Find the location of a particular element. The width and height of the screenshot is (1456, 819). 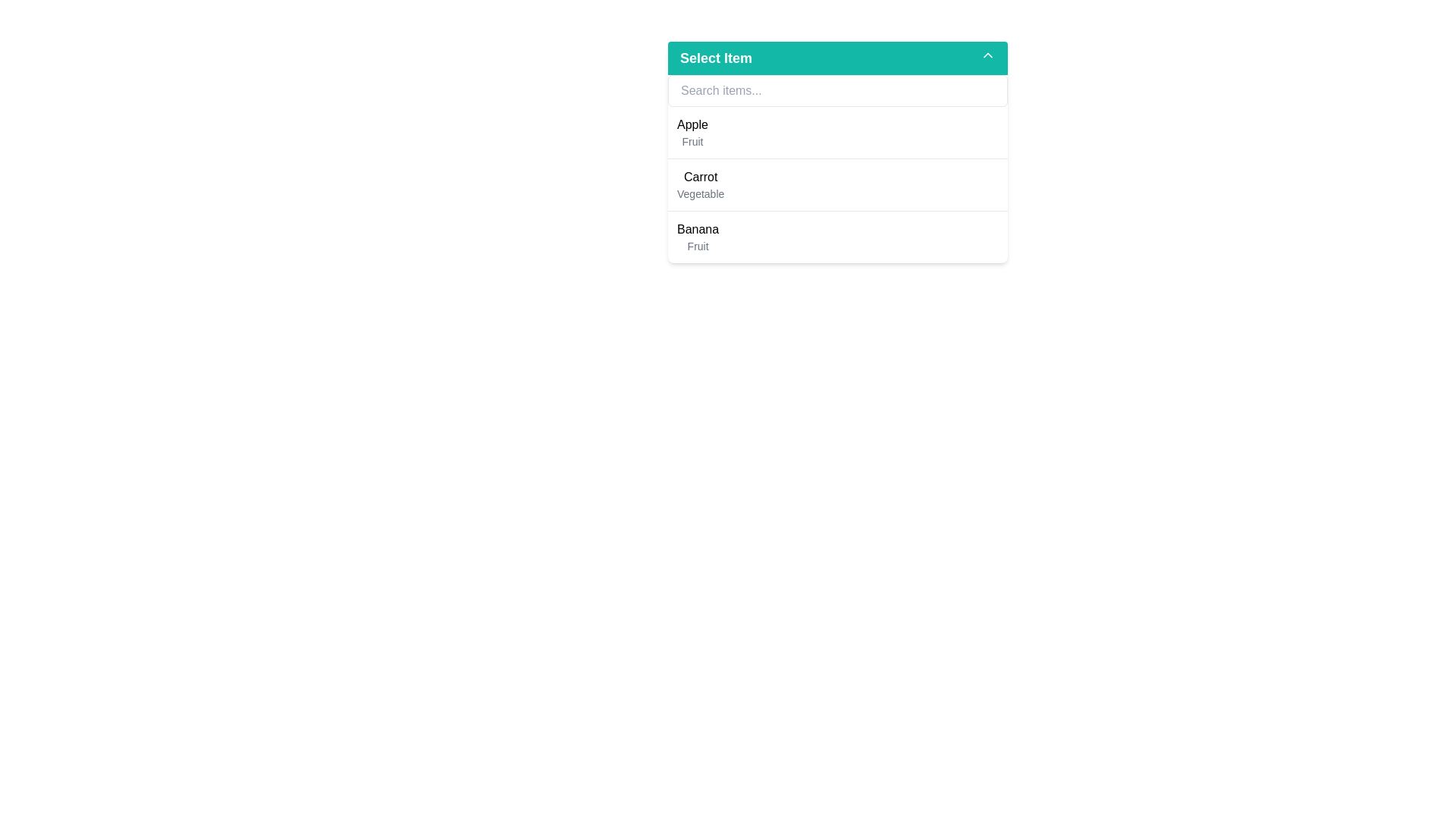

the text label displaying 'Apple' in the dropdown list to focus context is located at coordinates (692, 124).